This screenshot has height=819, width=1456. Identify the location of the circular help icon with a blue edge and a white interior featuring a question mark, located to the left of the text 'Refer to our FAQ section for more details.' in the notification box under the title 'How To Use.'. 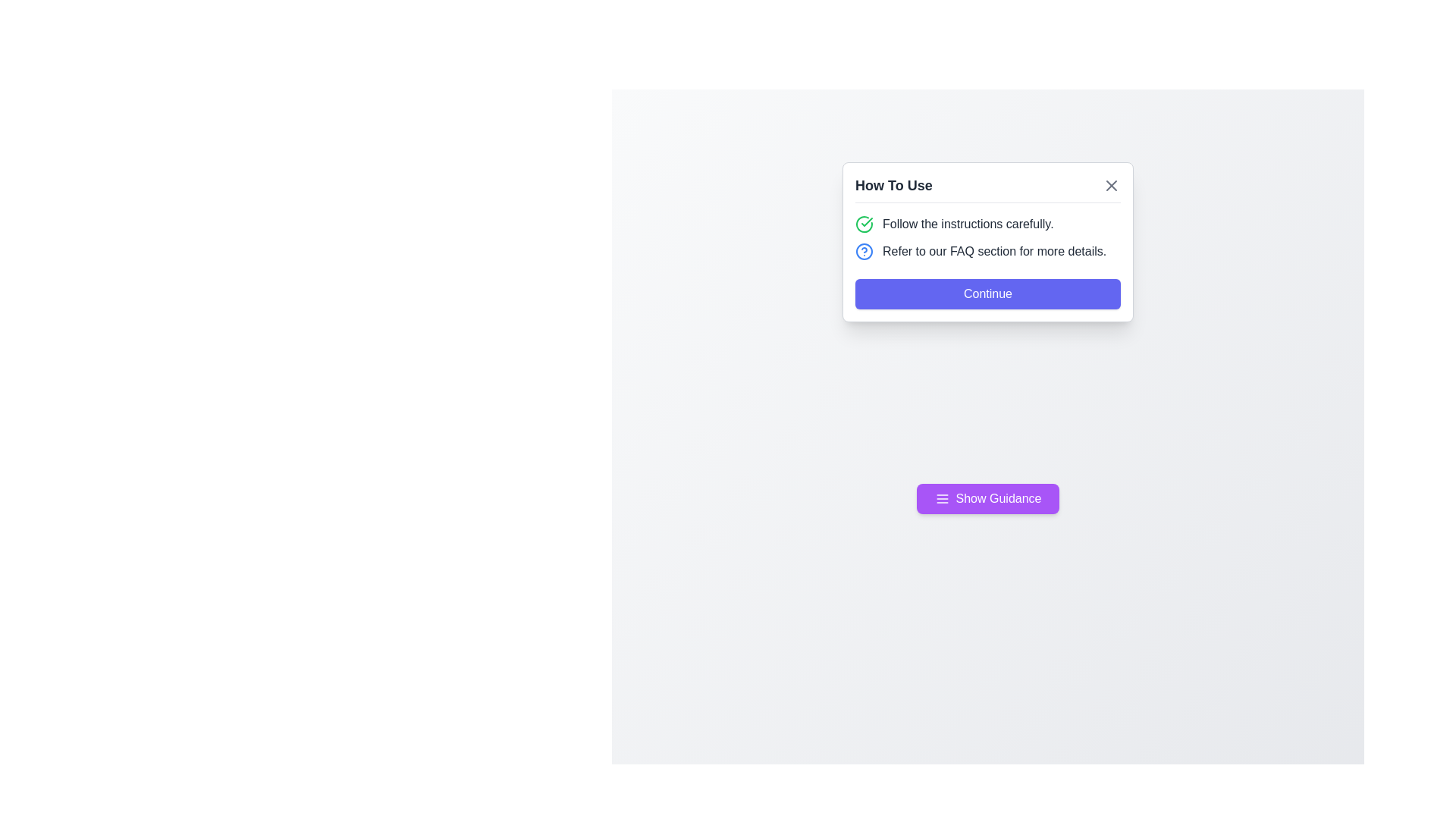
(864, 250).